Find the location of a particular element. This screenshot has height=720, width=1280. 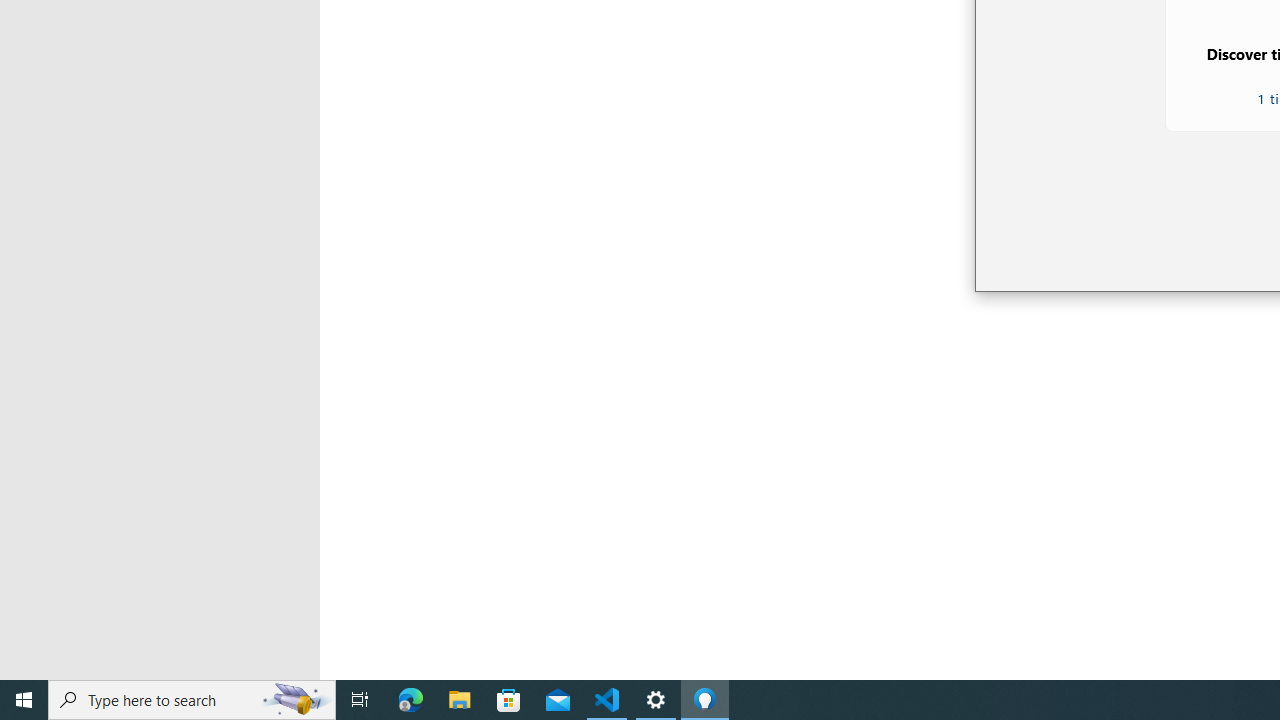

'Microsoft Edge' is located at coordinates (410, 698).